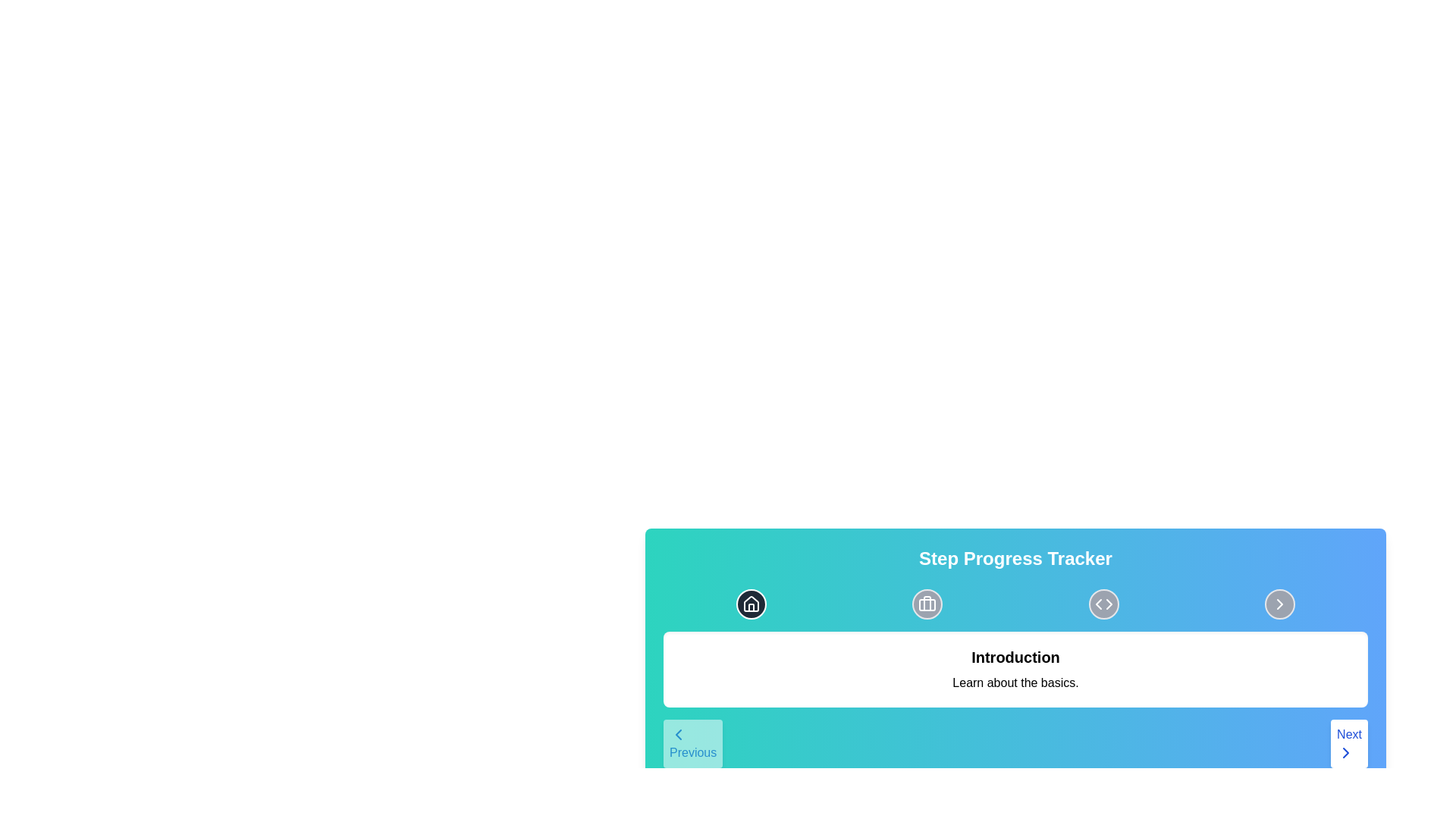  I want to click on the chevron icon pointing left within the 'Previous' button at the bottom left of the interface, so click(677, 733).